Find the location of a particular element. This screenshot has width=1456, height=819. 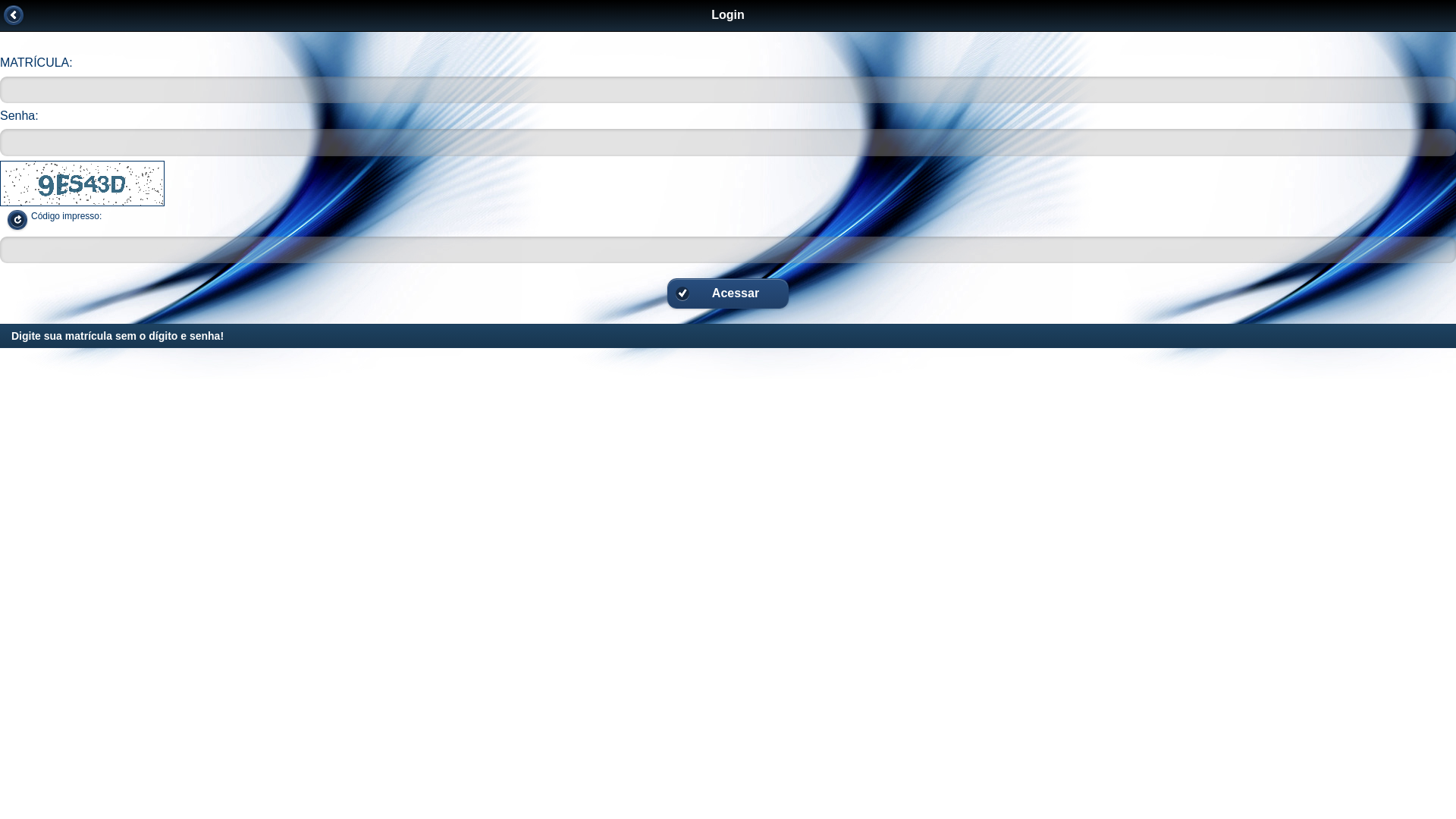

'Acessar' is located at coordinates (728, 293).